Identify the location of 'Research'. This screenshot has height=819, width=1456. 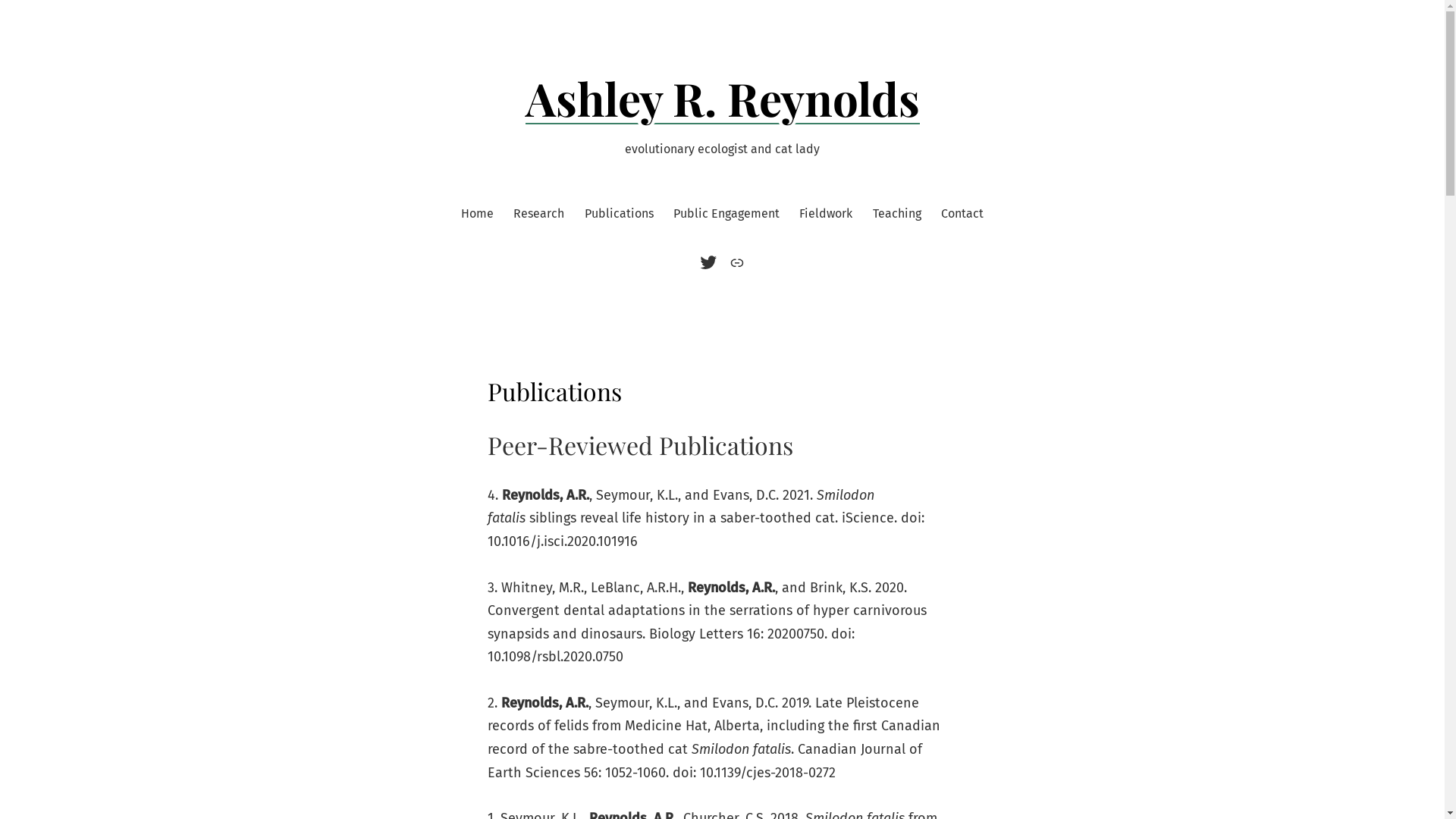
(538, 213).